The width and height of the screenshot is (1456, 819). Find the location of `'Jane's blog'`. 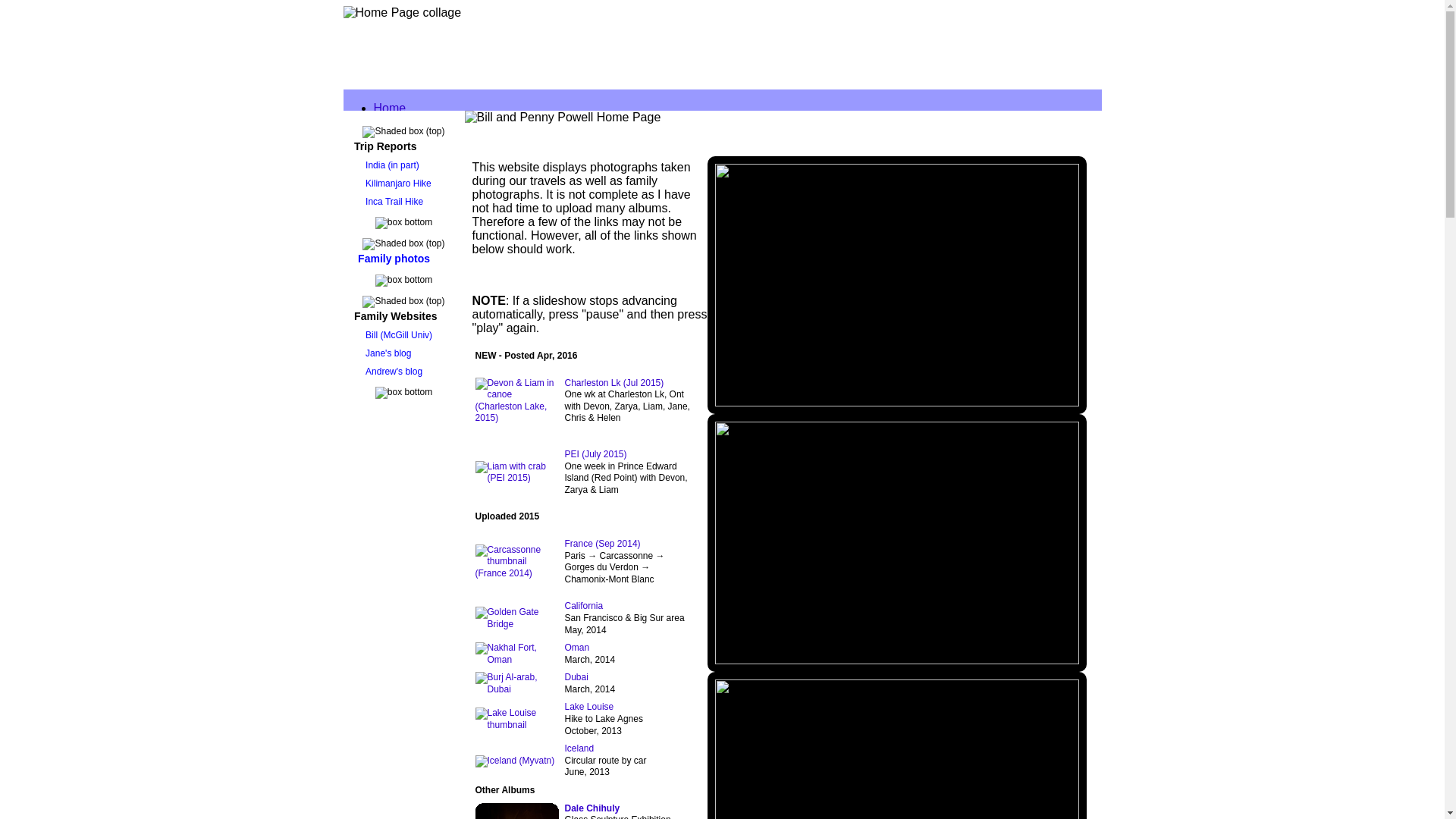

'Jane's blog' is located at coordinates (386, 353).